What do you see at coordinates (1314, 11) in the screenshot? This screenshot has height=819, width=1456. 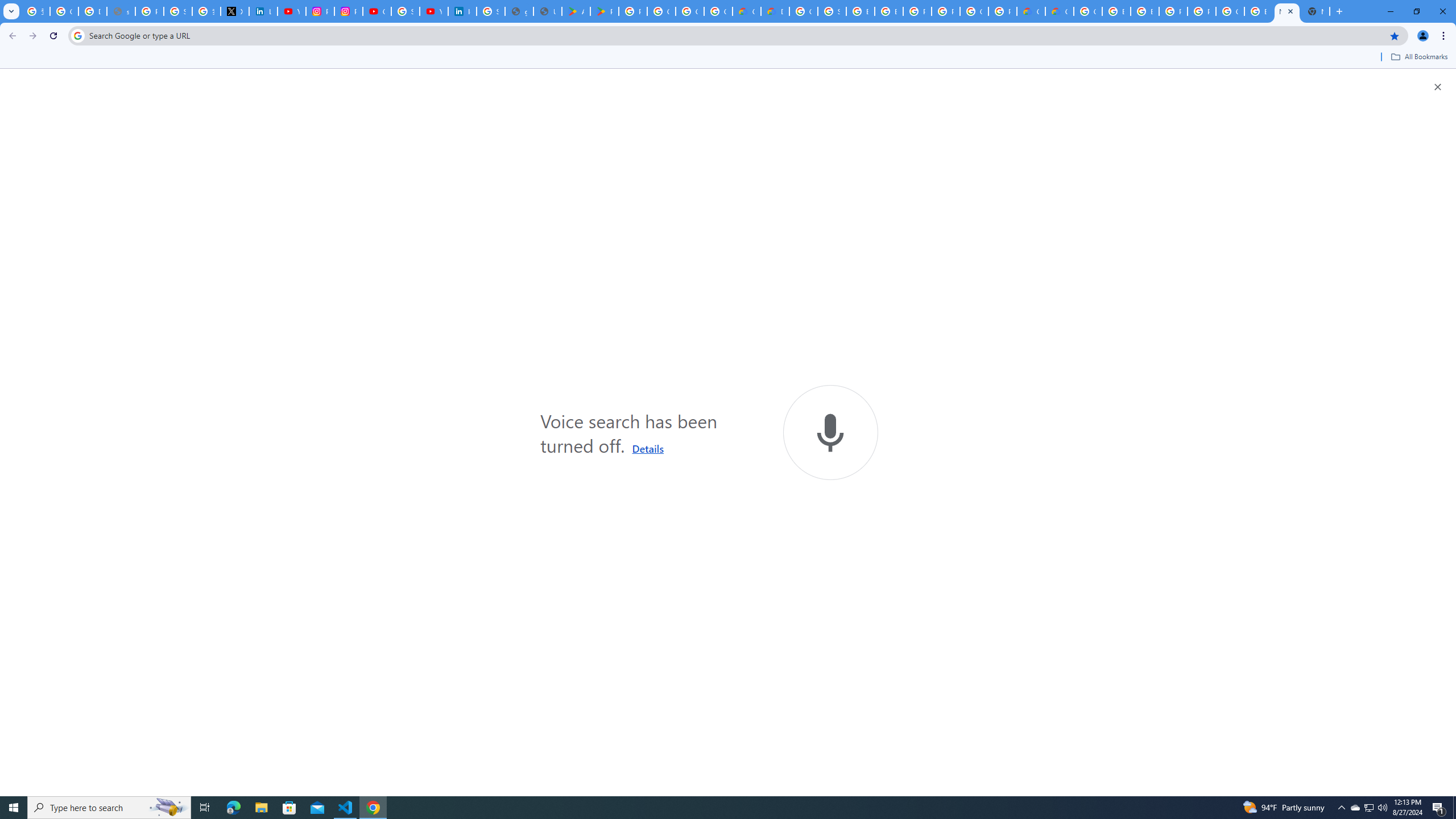 I see `'New Tab'` at bounding box center [1314, 11].